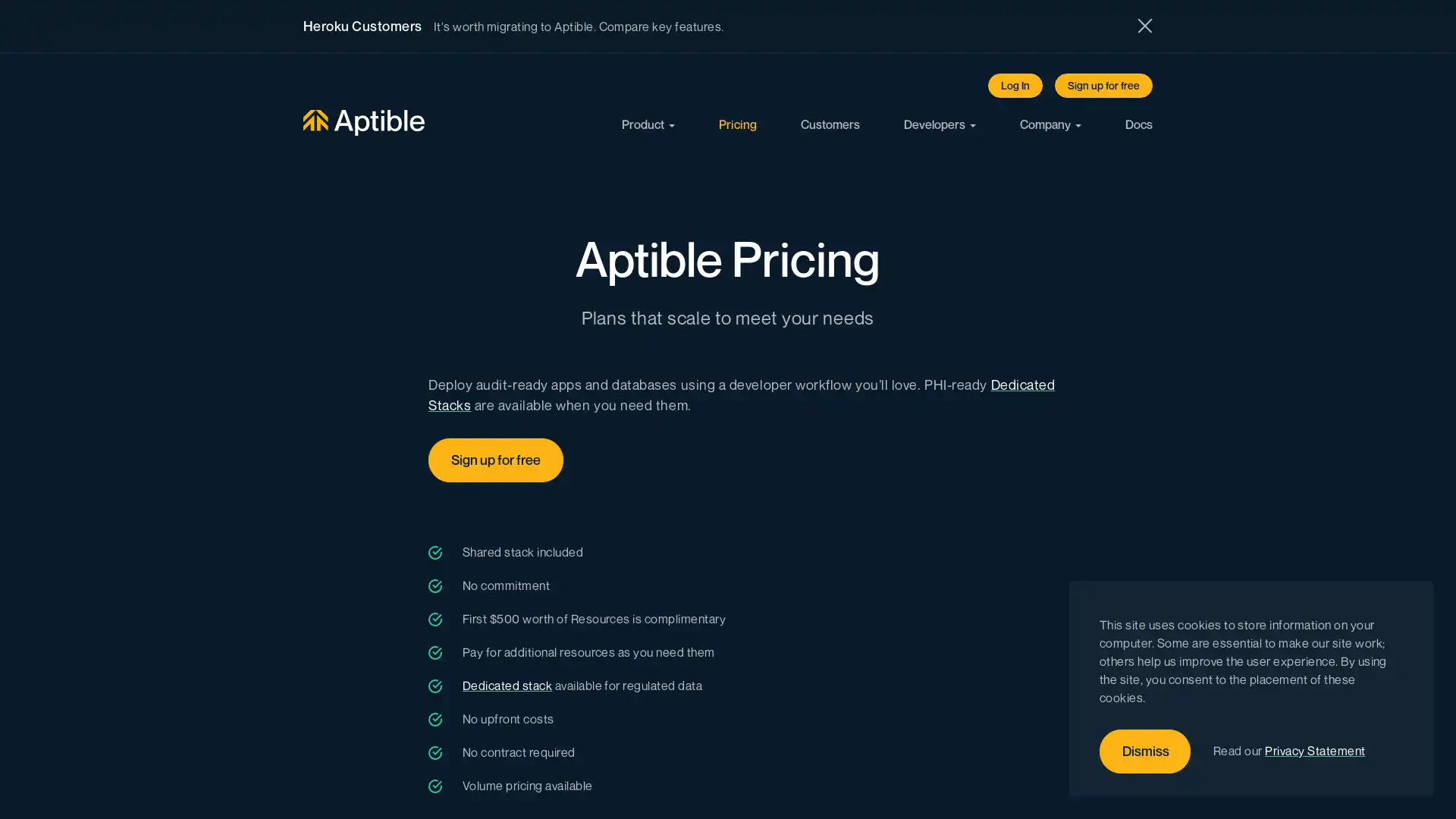 The height and width of the screenshot is (819, 1456). Describe the element at coordinates (1145, 752) in the screenshot. I see `Dismiss` at that location.